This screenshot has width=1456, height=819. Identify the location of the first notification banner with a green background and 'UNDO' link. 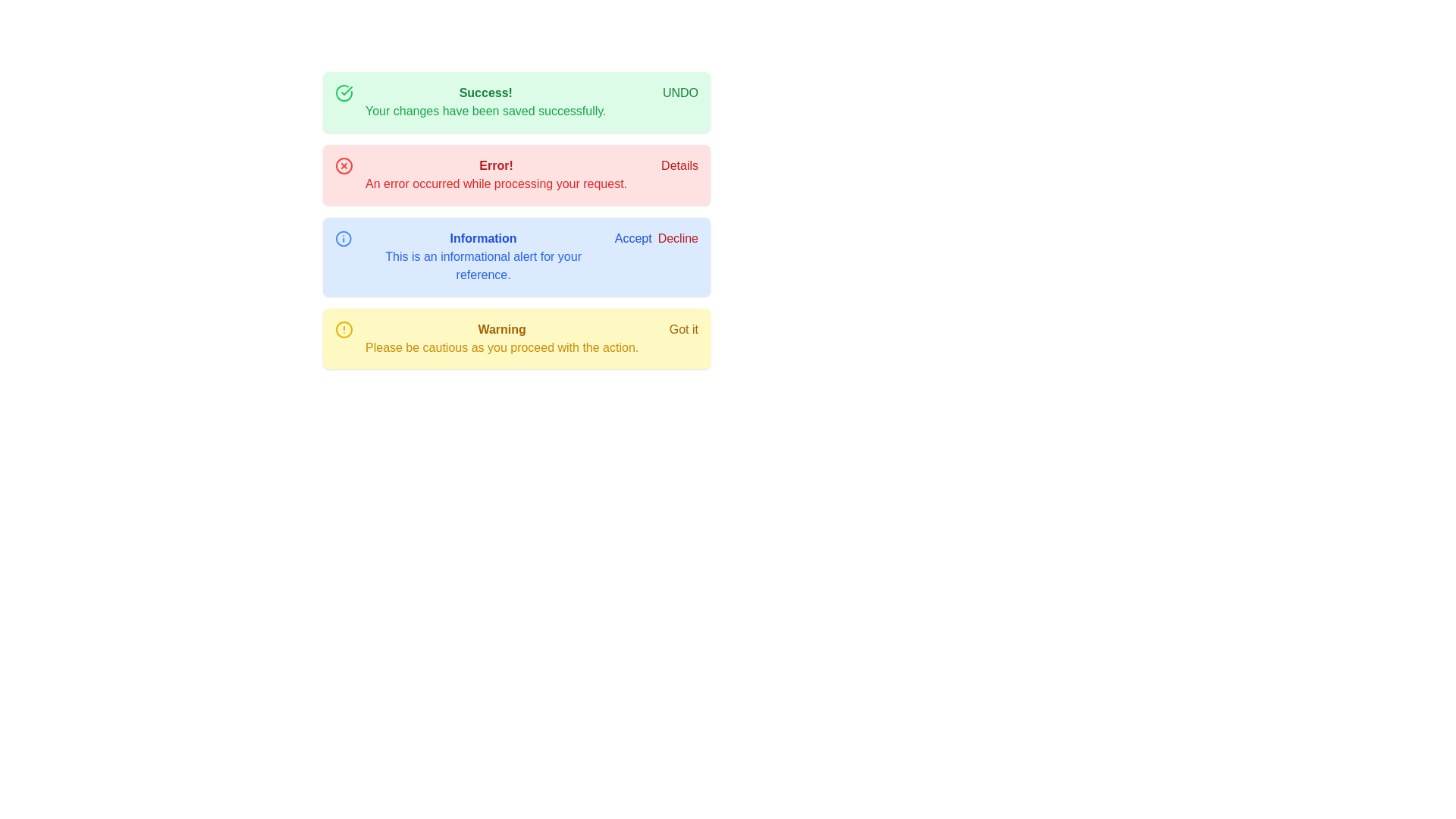
(516, 102).